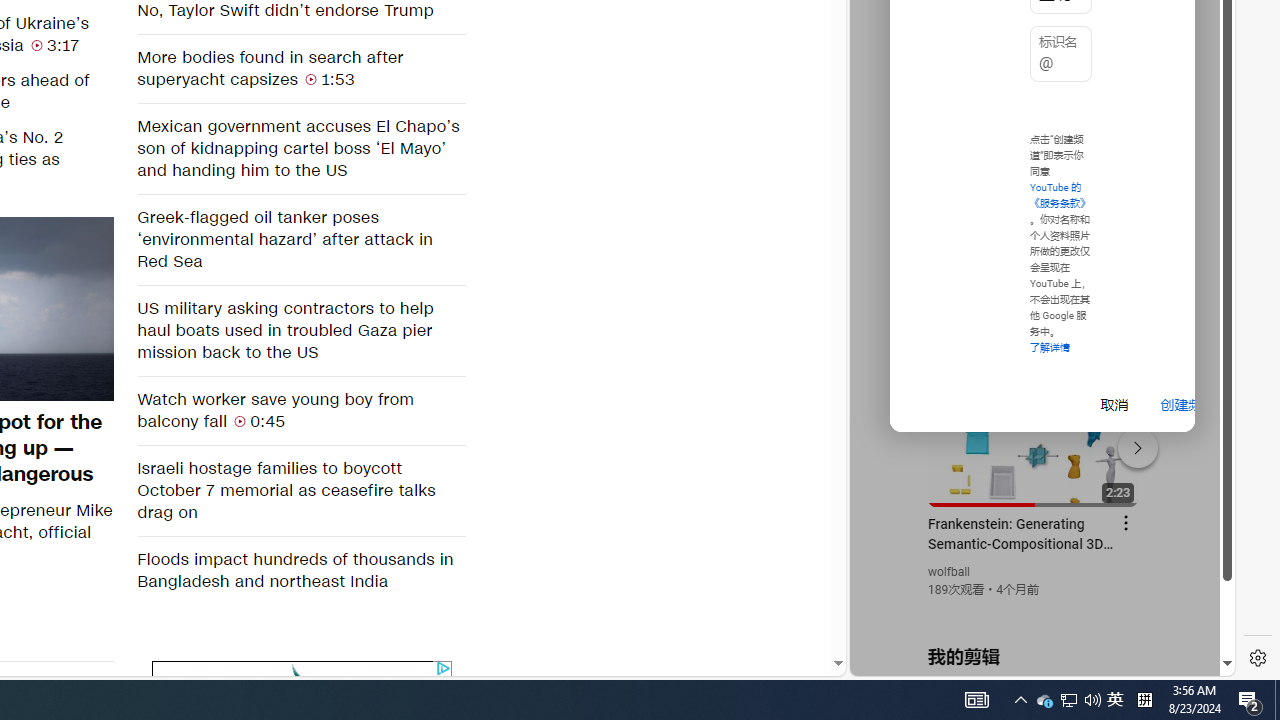 This screenshot has height=720, width=1280. What do you see at coordinates (1092, 698) in the screenshot?
I see `'Q2790: 100%'` at bounding box center [1092, 698].